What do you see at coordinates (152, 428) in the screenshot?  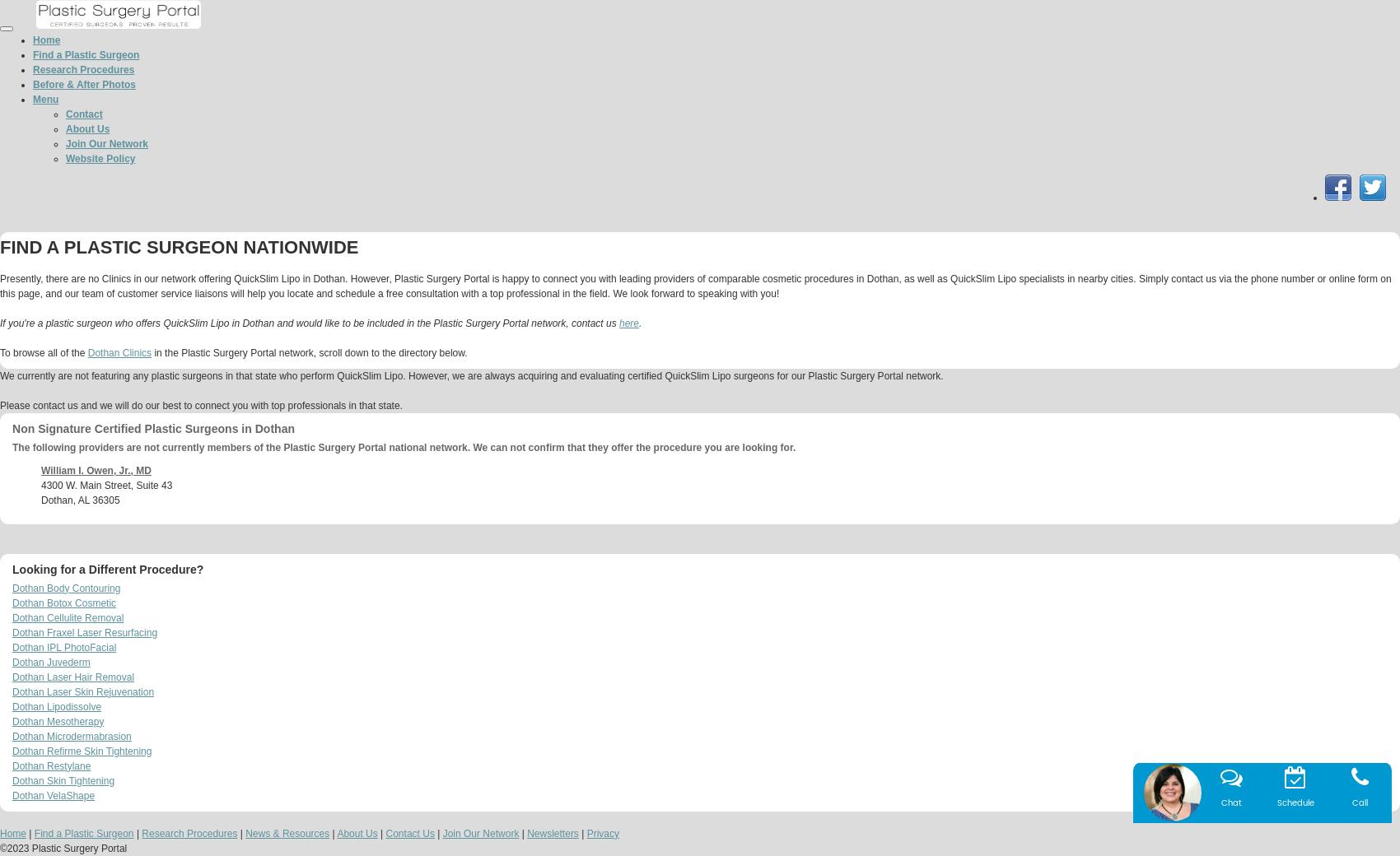 I see `'Non Signature Certified Plastic Surgeons in Dothan'` at bounding box center [152, 428].